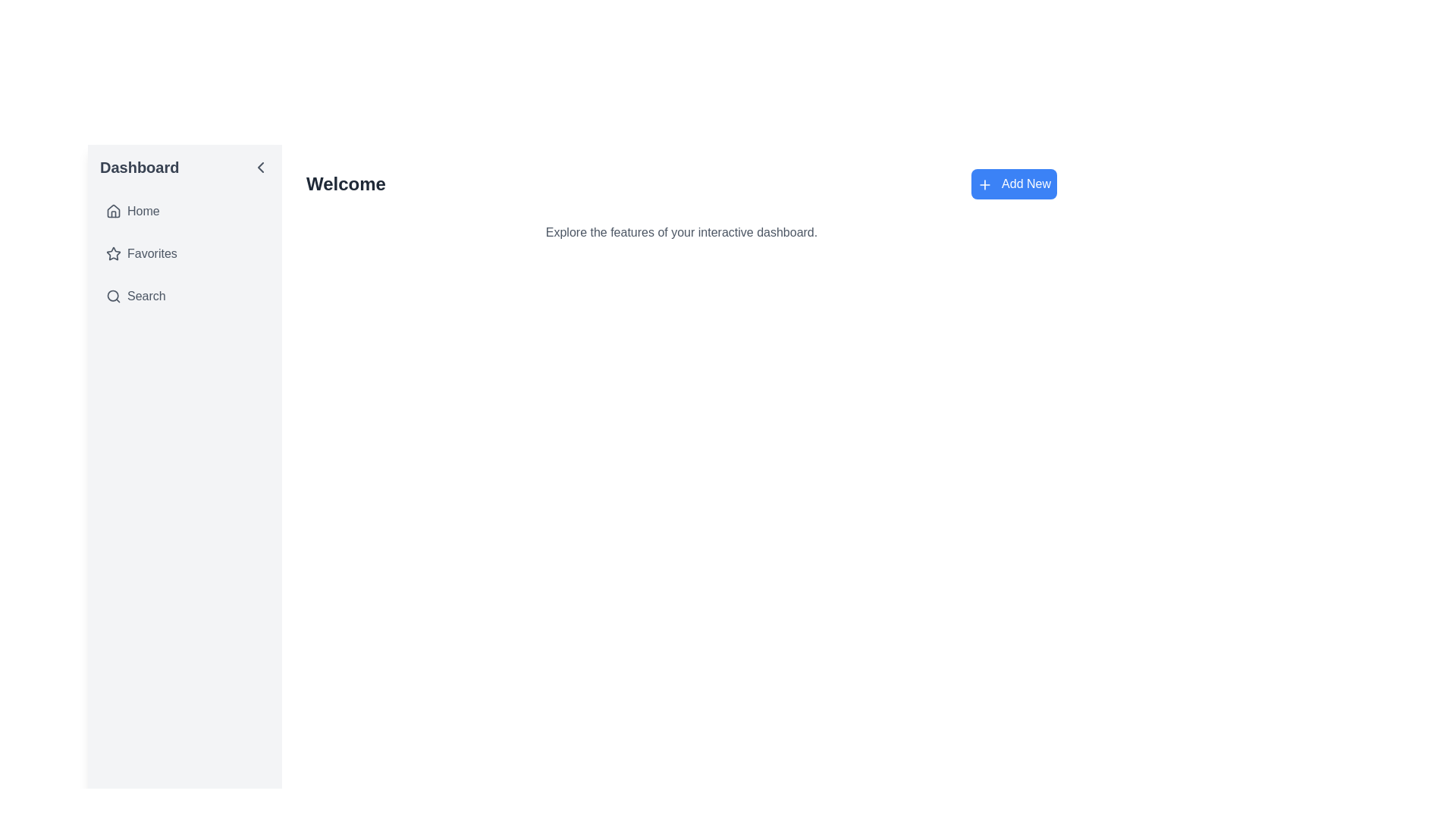 The height and width of the screenshot is (819, 1456). I want to click on the distinct chevron-shaped graphical icon that represents a back navigation action located inside the left navigation panel near the top, slightly to the right of the 'Dashboard' label, so click(261, 167).